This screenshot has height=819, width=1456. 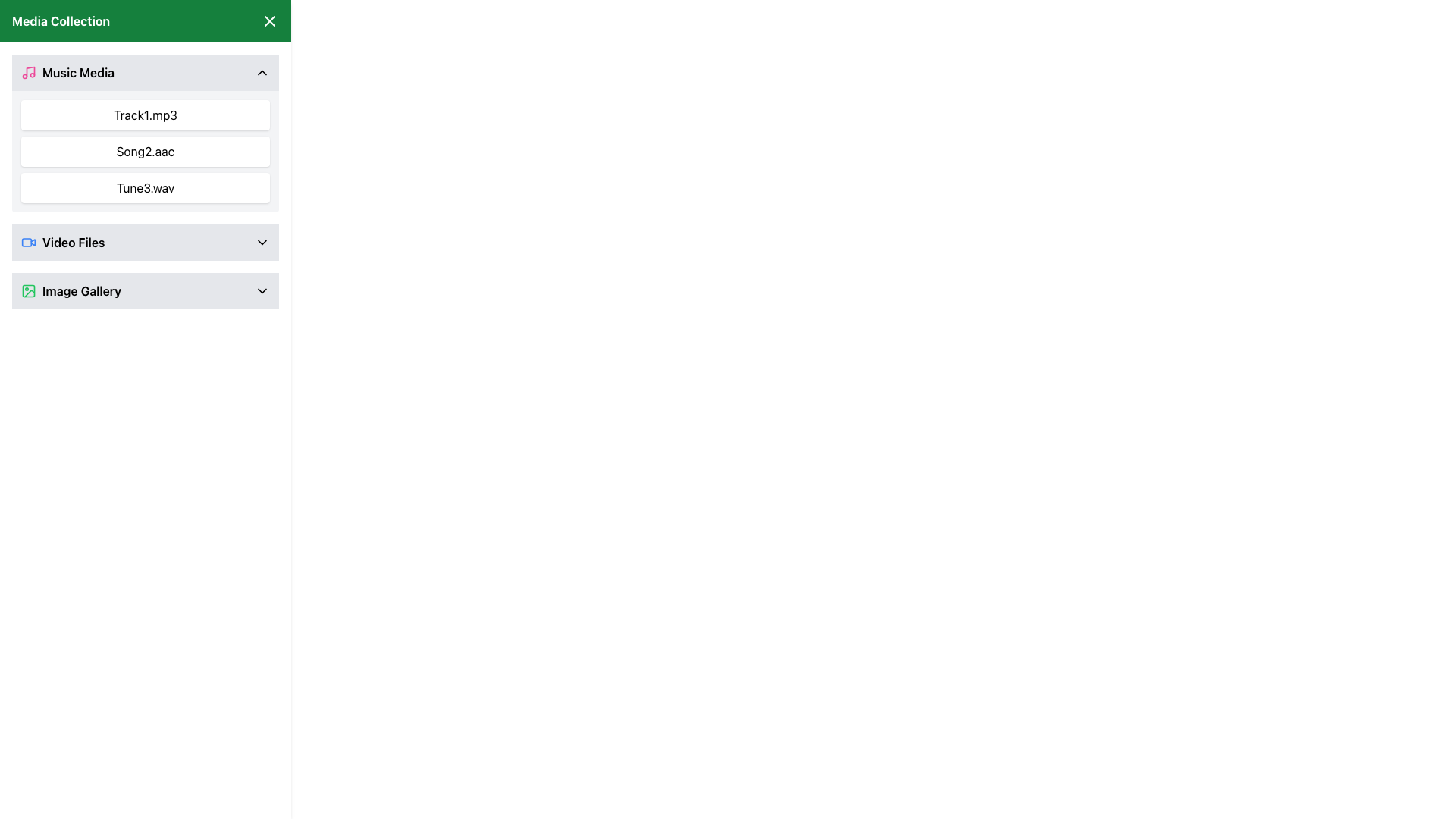 What do you see at coordinates (81, 291) in the screenshot?
I see `text label for the 'Image Gallery' section, which is the third item in the 'Media Collection' panel, located to the right of an image icon` at bounding box center [81, 291].